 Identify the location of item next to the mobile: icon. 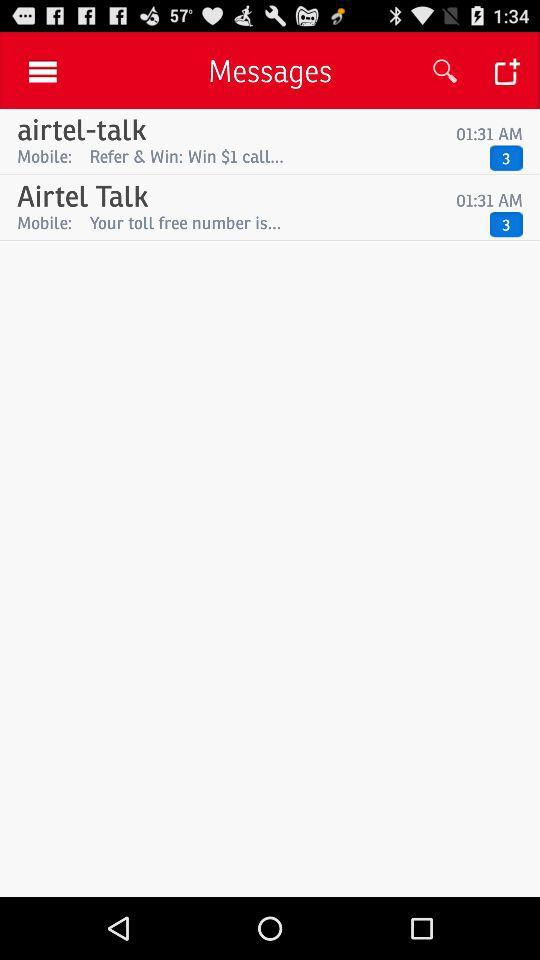
(284, 222).